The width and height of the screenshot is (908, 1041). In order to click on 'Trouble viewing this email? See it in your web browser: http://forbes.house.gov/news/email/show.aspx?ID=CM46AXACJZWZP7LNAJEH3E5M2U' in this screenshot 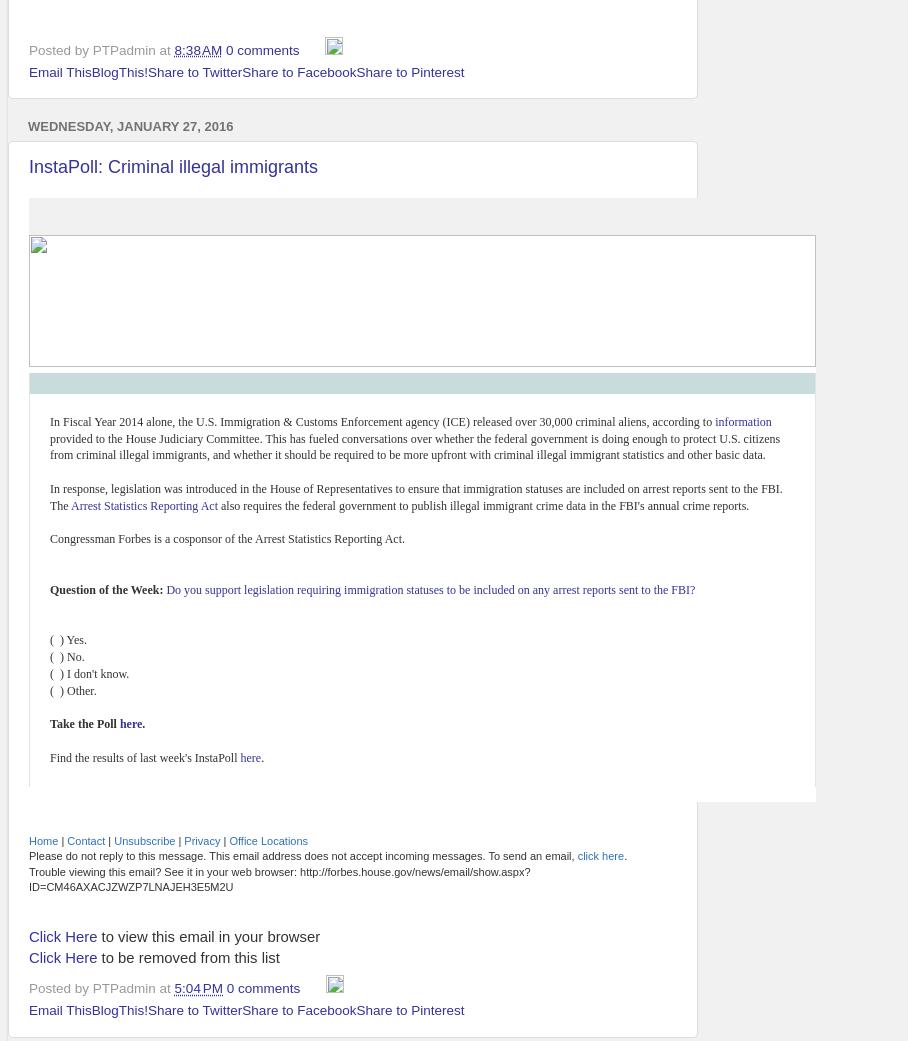, I will do `click(279, 877)`.